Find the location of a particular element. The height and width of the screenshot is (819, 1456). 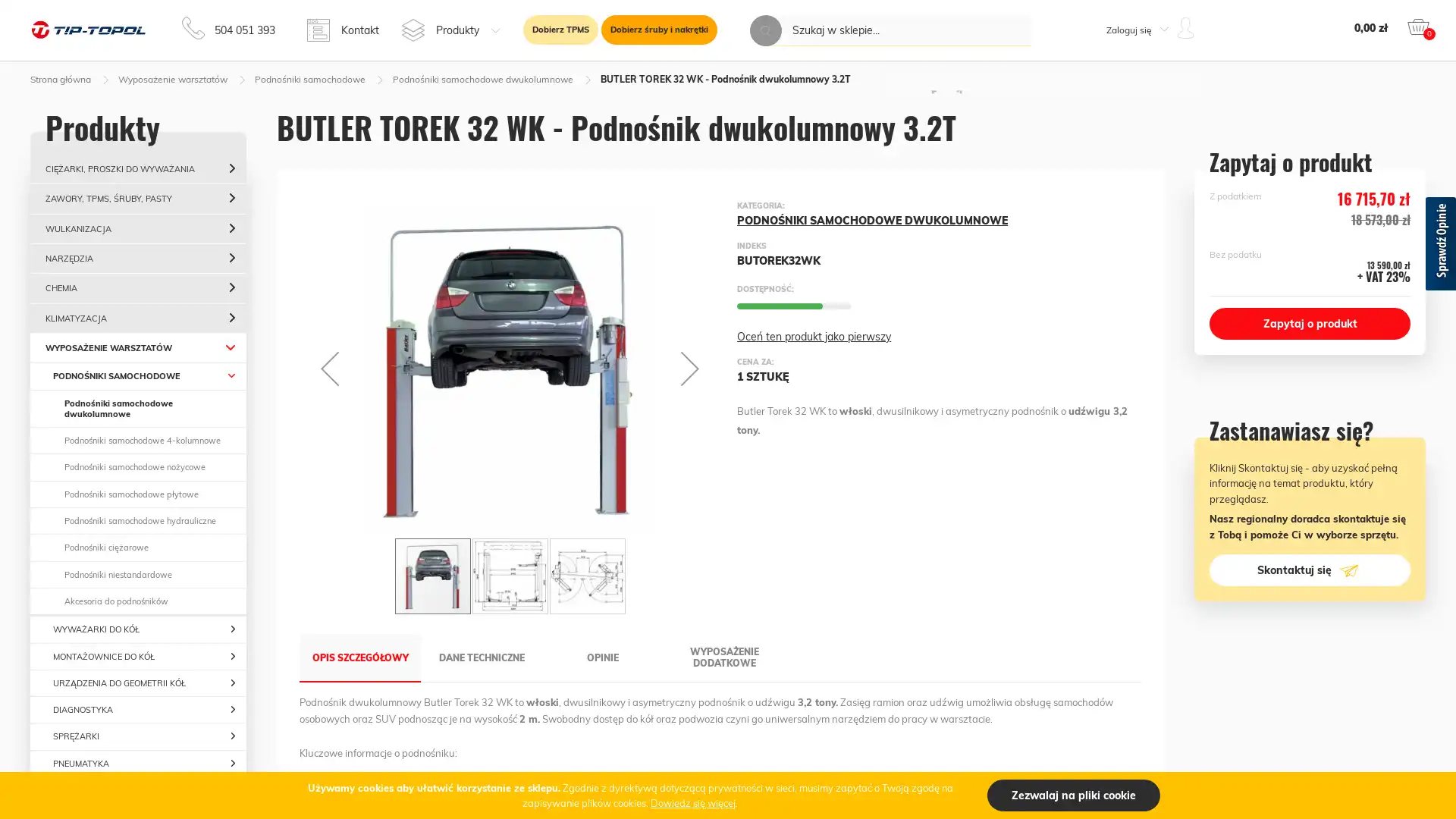

BUTLER TOREK 32 WK - Podnosnik dwukolumnowy 3.2T is located at coordinates (585, 576).